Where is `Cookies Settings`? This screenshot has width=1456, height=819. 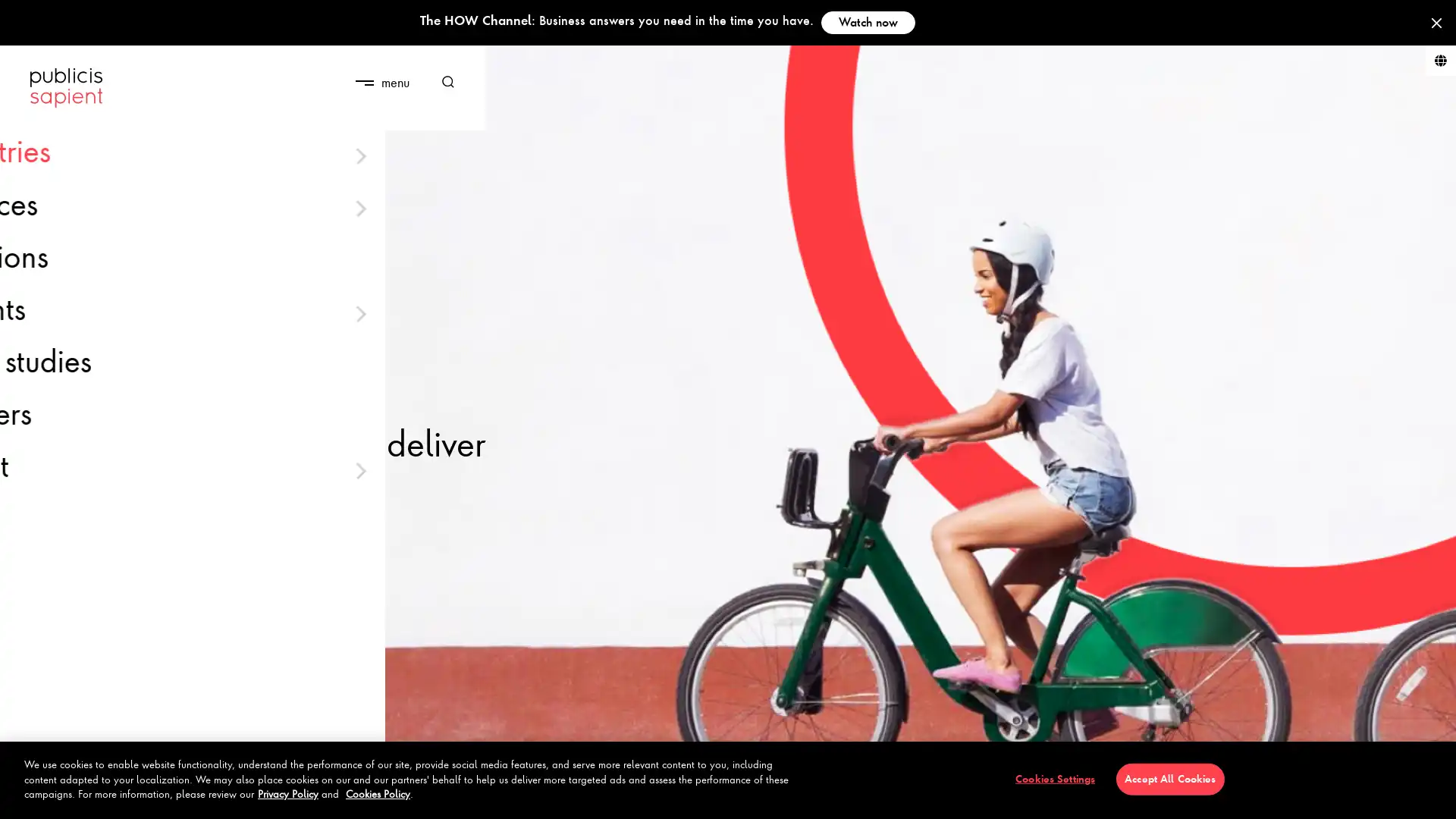
Cookies Settings is located at coordinates (1054, 778).